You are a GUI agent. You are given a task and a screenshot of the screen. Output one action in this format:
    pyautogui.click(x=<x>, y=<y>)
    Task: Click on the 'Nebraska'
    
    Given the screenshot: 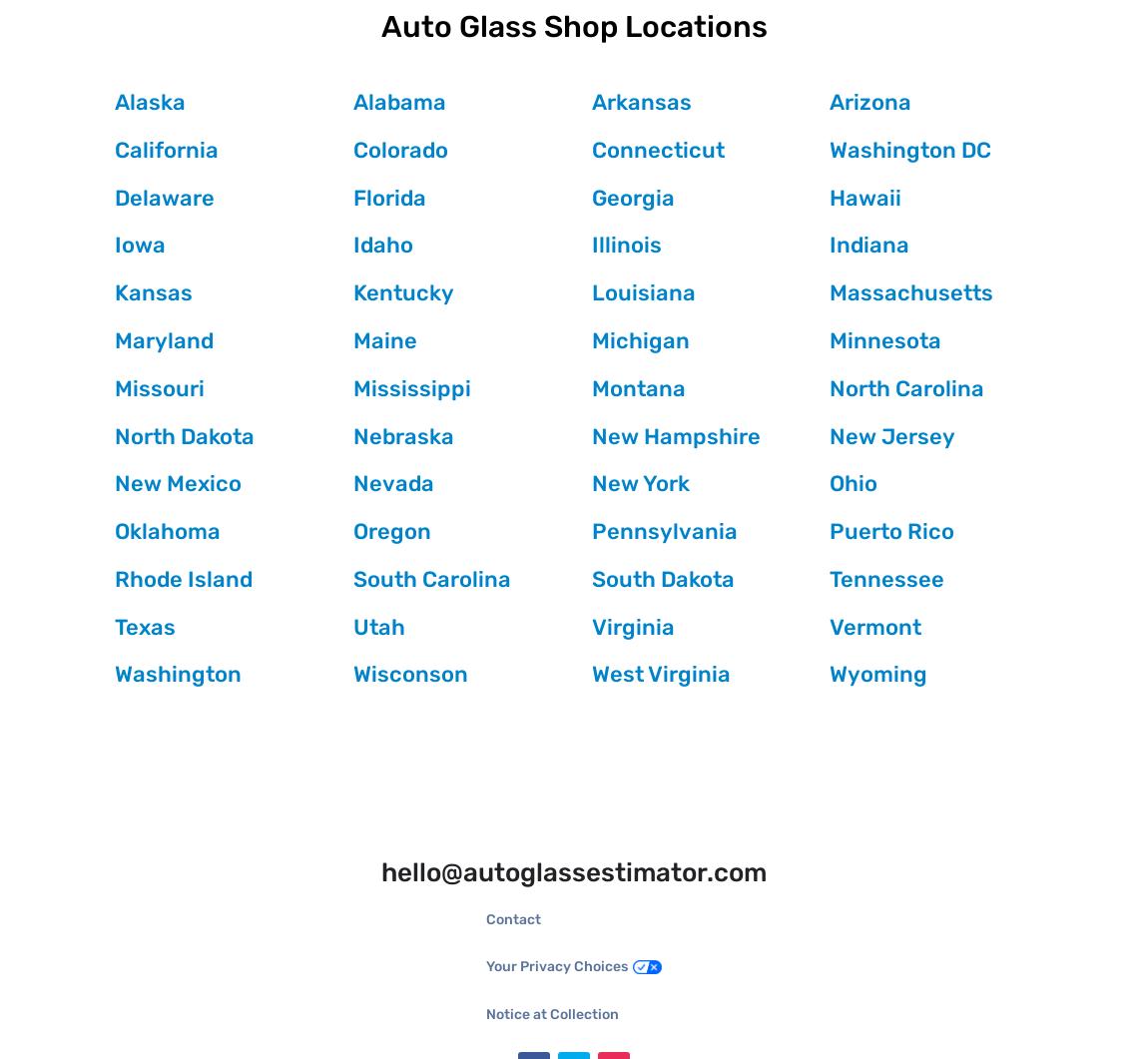 What is the action you would take?
    pyautogui.click(x=402, y=435)
    